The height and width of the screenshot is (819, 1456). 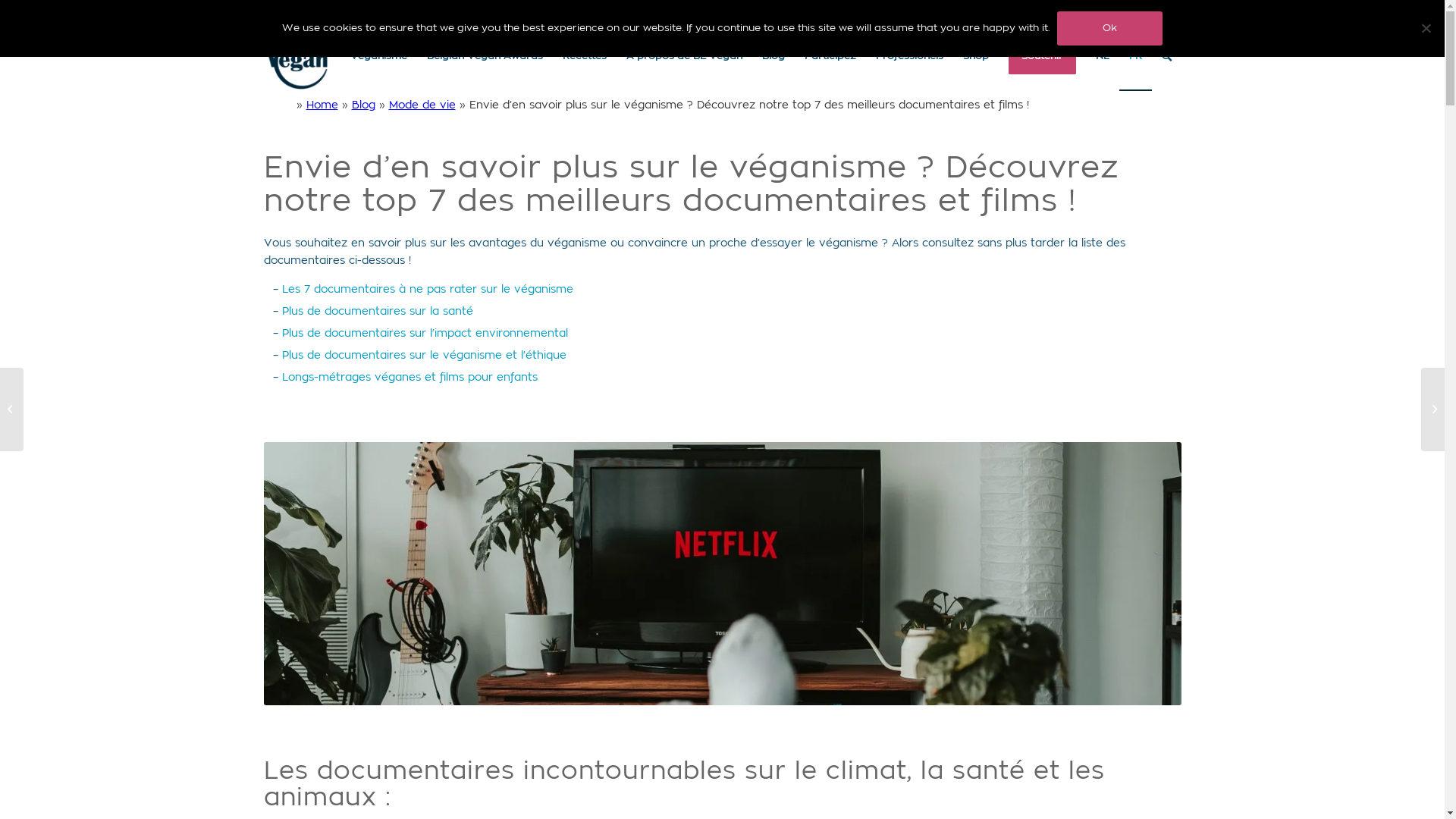 What do you see at coordinates (909, 55) in the screenshot?
I see `'Professionels'` at bounding box center [909, 55].